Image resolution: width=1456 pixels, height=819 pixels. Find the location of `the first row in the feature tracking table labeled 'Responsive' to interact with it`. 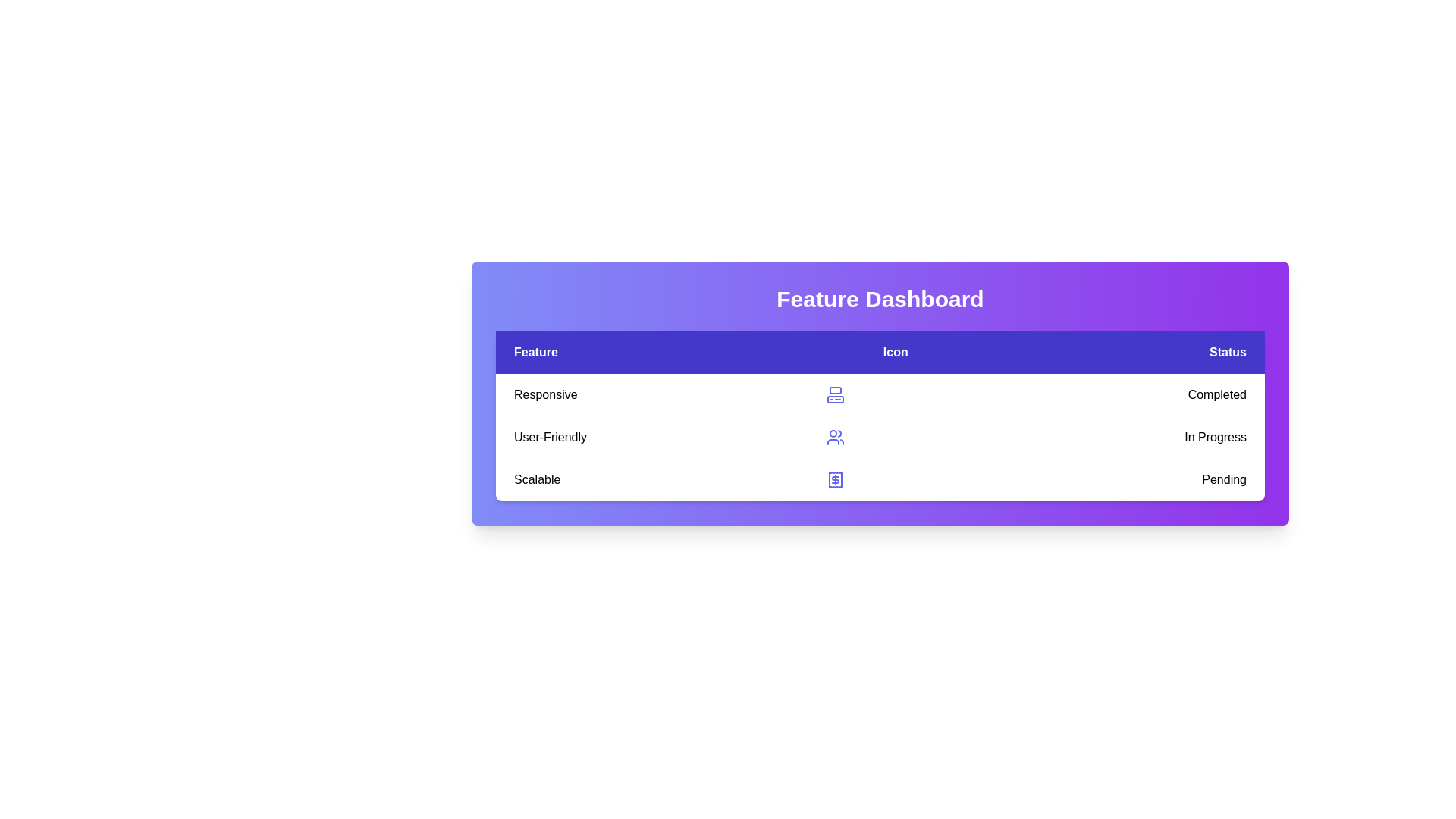

the first row in the feature tracking table labeled 'Responsive' to interact with it is located at coordinates (880, 394).